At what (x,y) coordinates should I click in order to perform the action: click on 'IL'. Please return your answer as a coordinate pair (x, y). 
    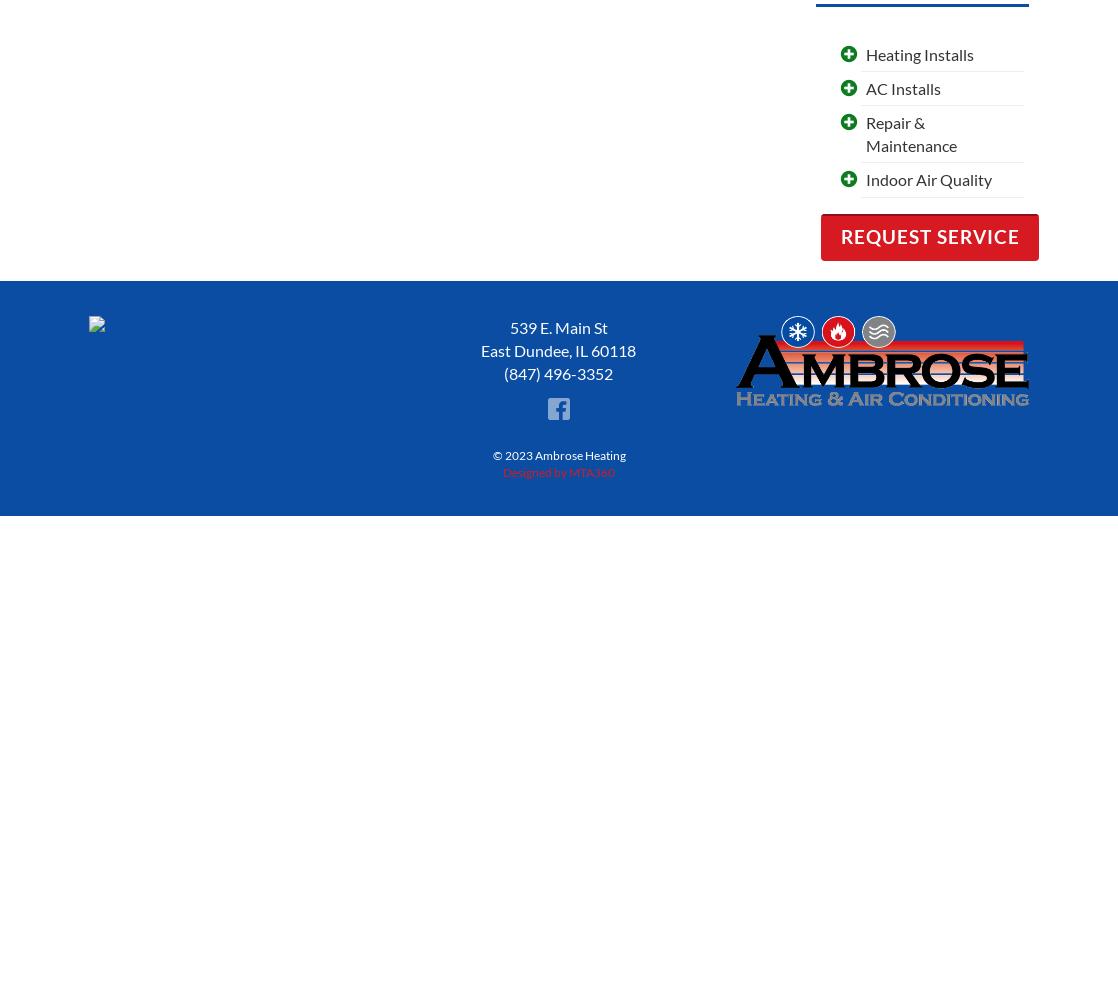
    Looking at the image, I should click on (574, 349).